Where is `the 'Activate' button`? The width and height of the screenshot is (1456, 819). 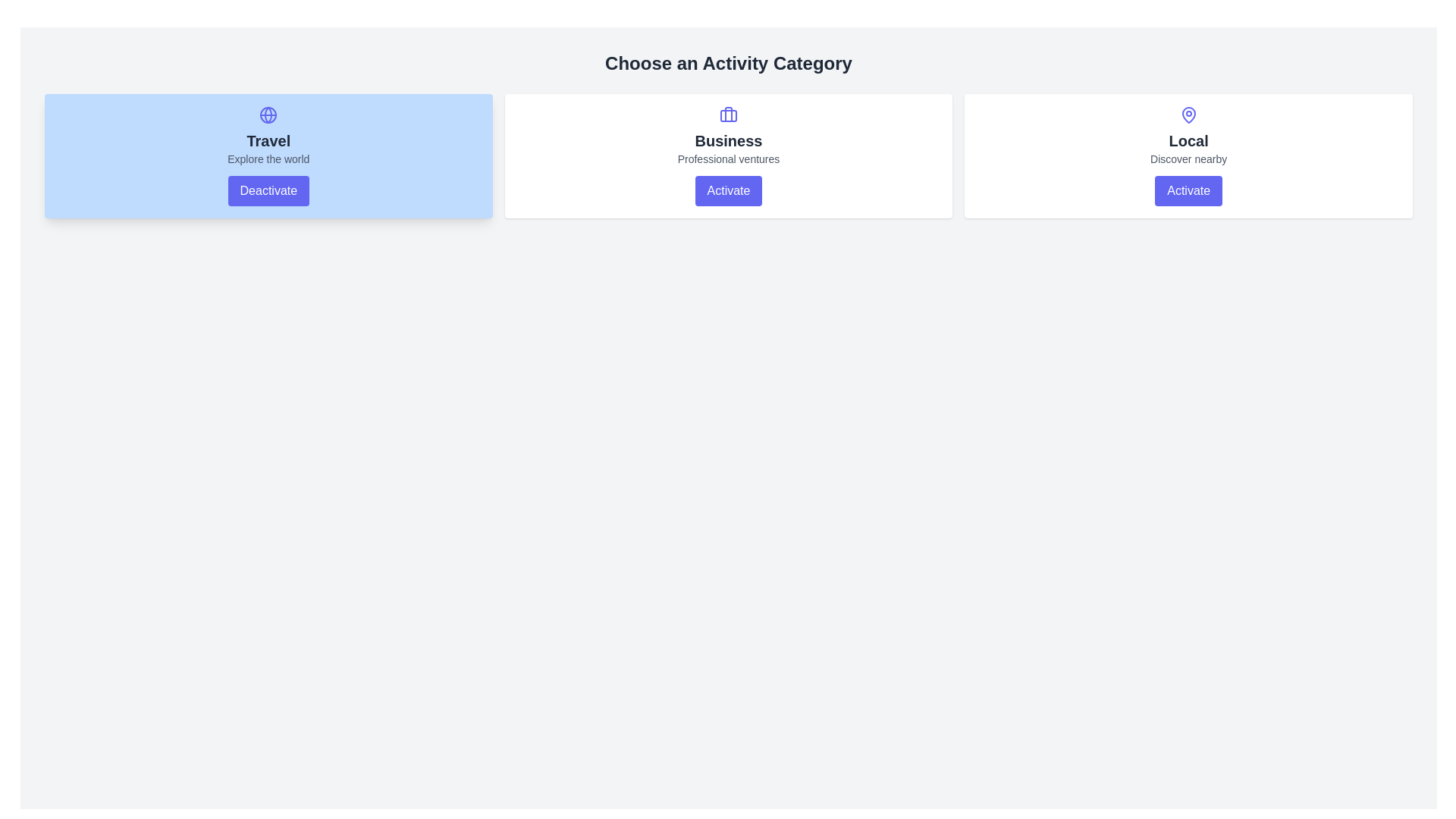 the 'Activate' button is located at coordinates (728, 190).